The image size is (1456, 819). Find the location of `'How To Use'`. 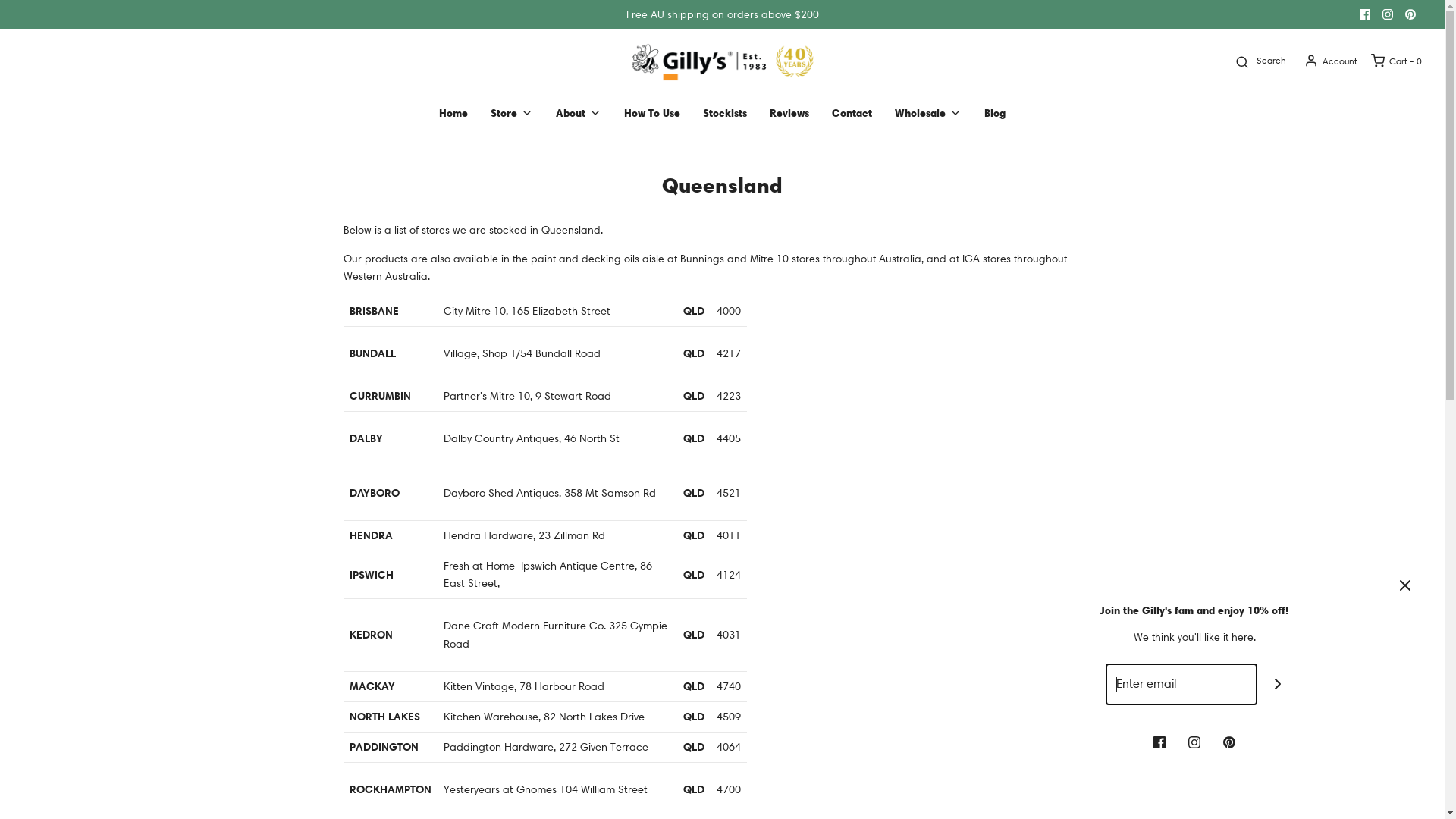

'How To Use' is located at coordinates (623, 112).